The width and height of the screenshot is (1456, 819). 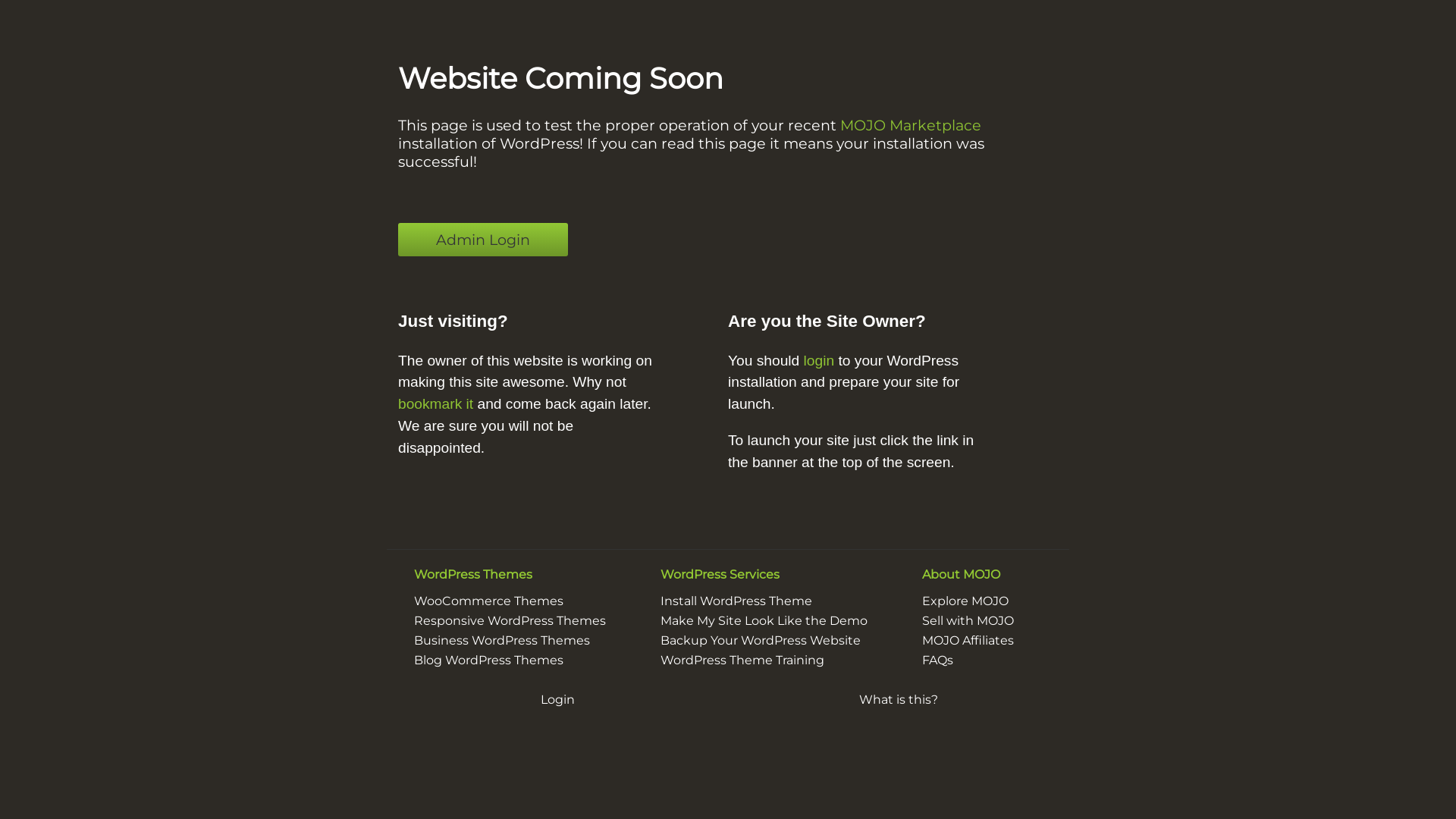 What do you see at coordinates (964, 600) in the screenshot?
I see `'Explore MOJO'` at bounding box center [964, 600].